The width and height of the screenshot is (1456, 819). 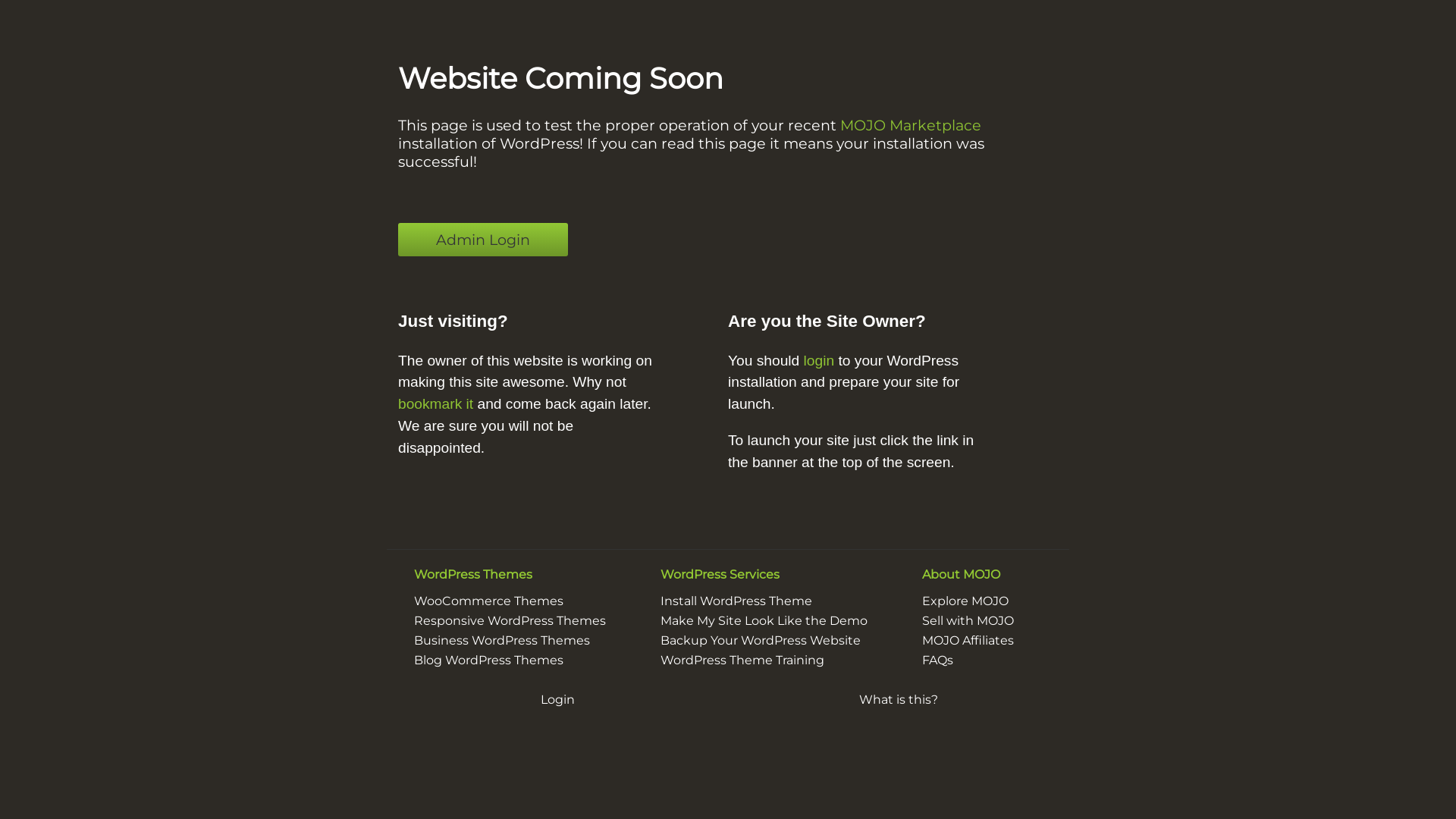 What do you see at coordinates (964, 600) in the screenshot?
I see `'Explore MOJO'` at bounding box center [964, 600].